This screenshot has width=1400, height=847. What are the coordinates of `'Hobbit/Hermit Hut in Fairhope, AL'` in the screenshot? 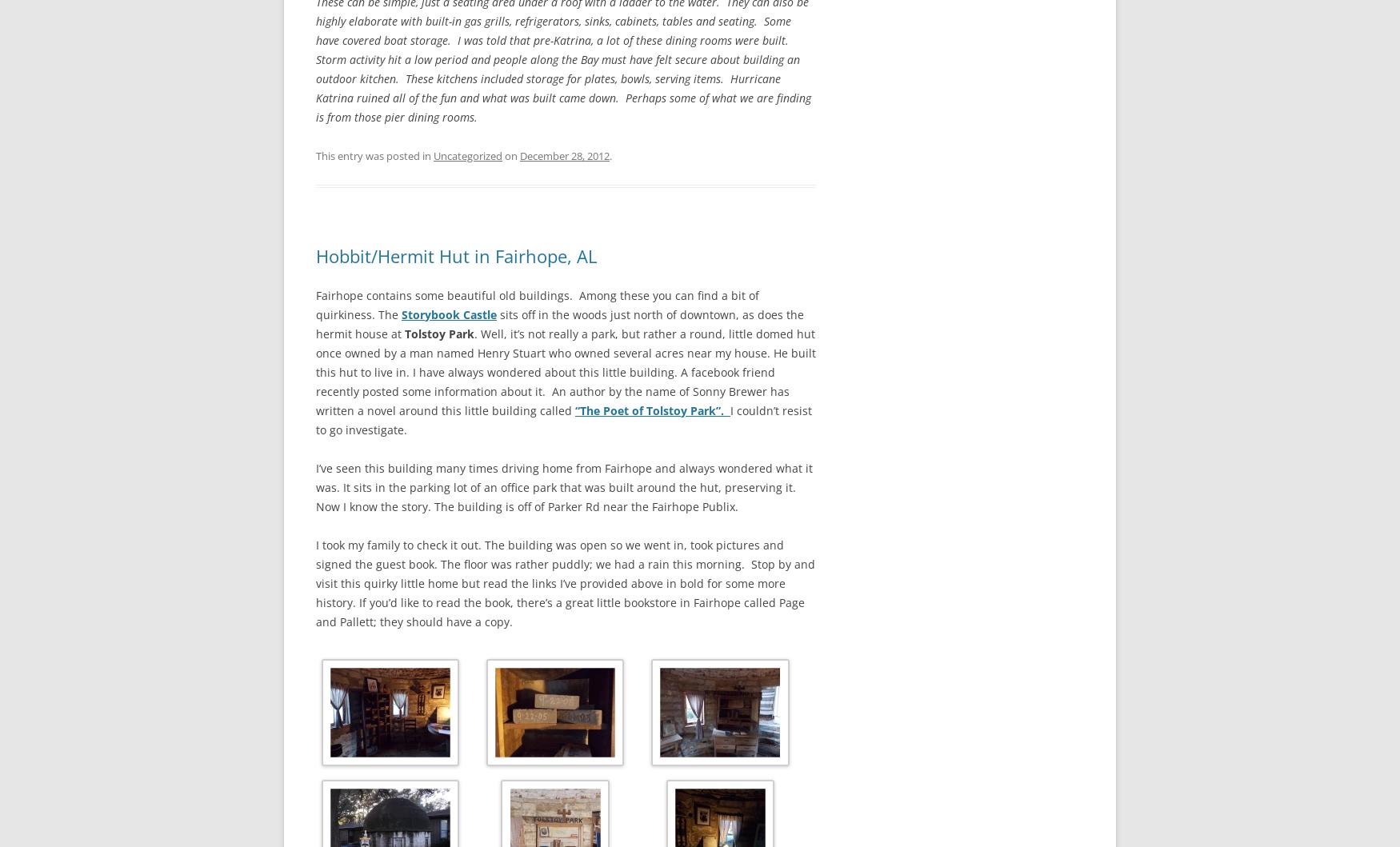 It's located at (456, 255).